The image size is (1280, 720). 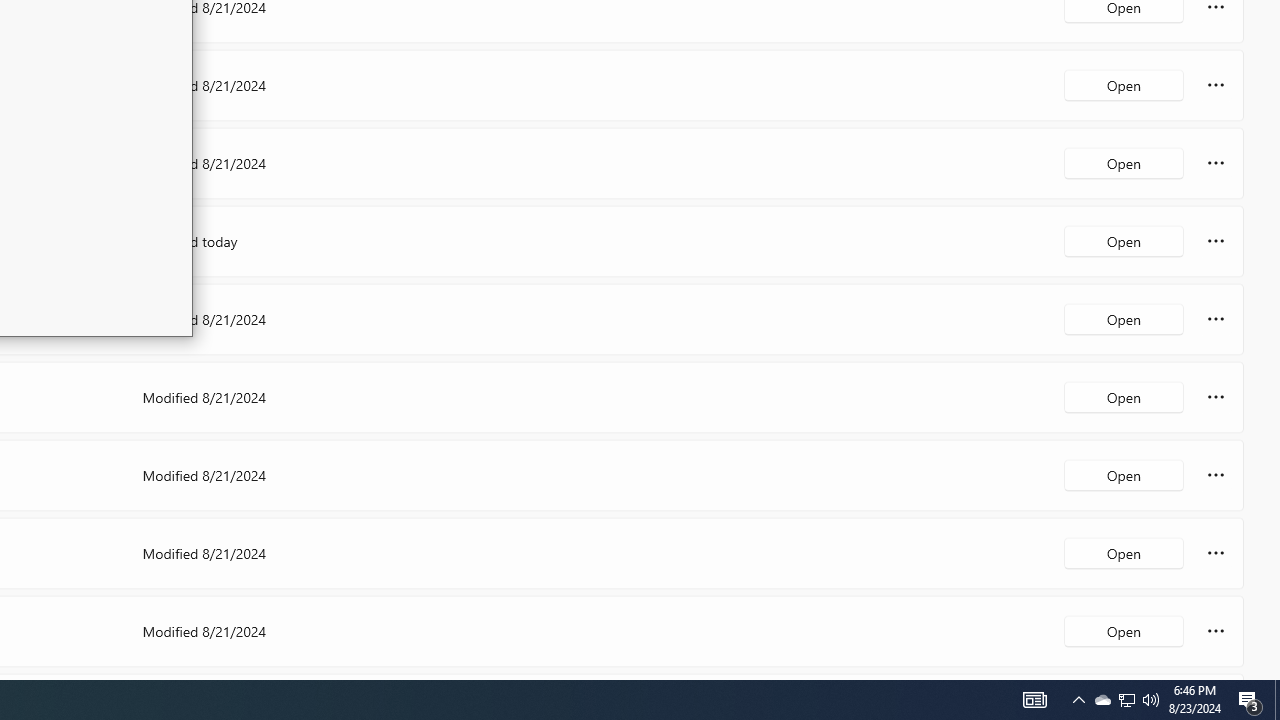 What do you see at coordinates (1078, 698) in the screenshot?
I see `'Notification Chevron'` at bounding box center [1078, 698].